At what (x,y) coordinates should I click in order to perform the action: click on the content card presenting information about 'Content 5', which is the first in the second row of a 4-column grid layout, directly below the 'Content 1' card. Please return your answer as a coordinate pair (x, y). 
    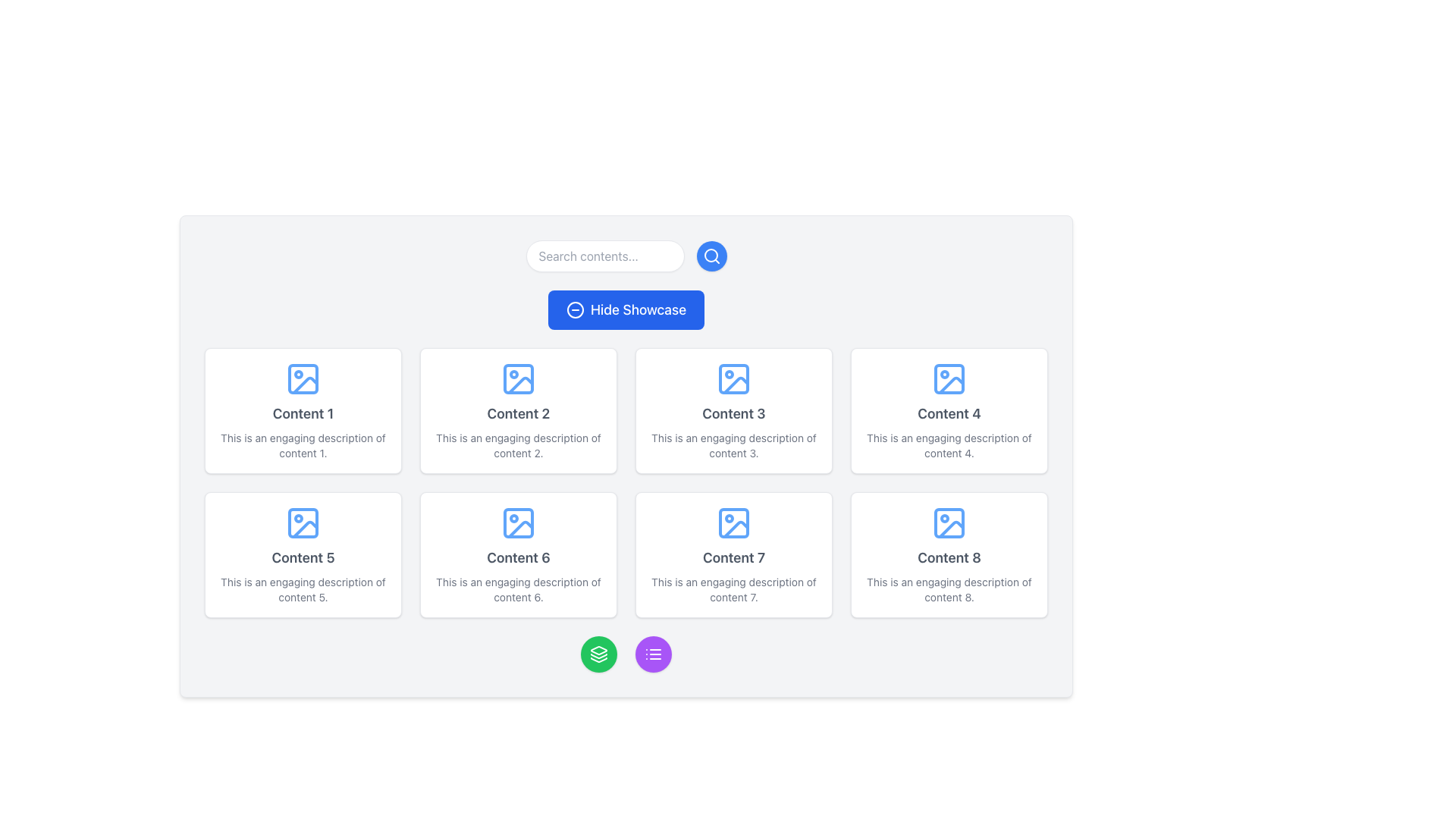
    Looking at the image, I should click on (303, 555).